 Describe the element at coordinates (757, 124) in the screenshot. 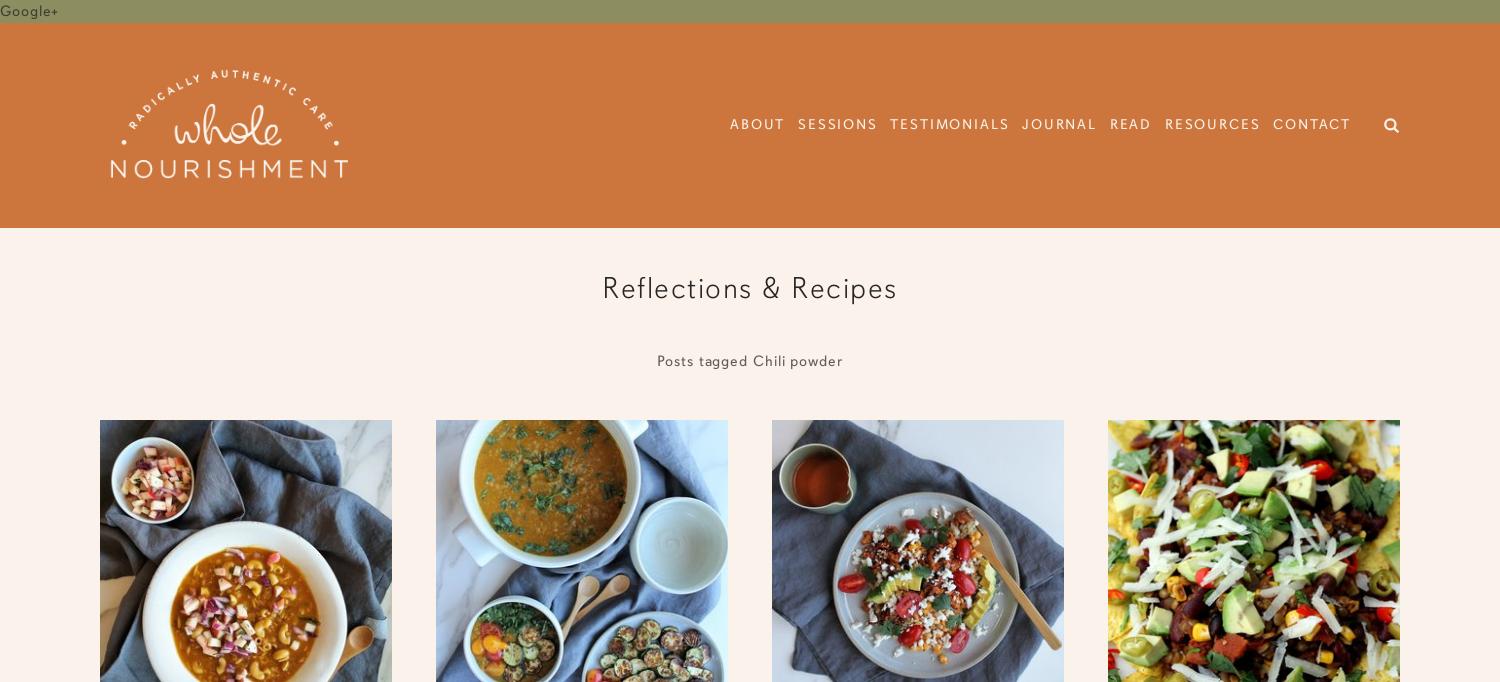

I see `'About'` at that location.